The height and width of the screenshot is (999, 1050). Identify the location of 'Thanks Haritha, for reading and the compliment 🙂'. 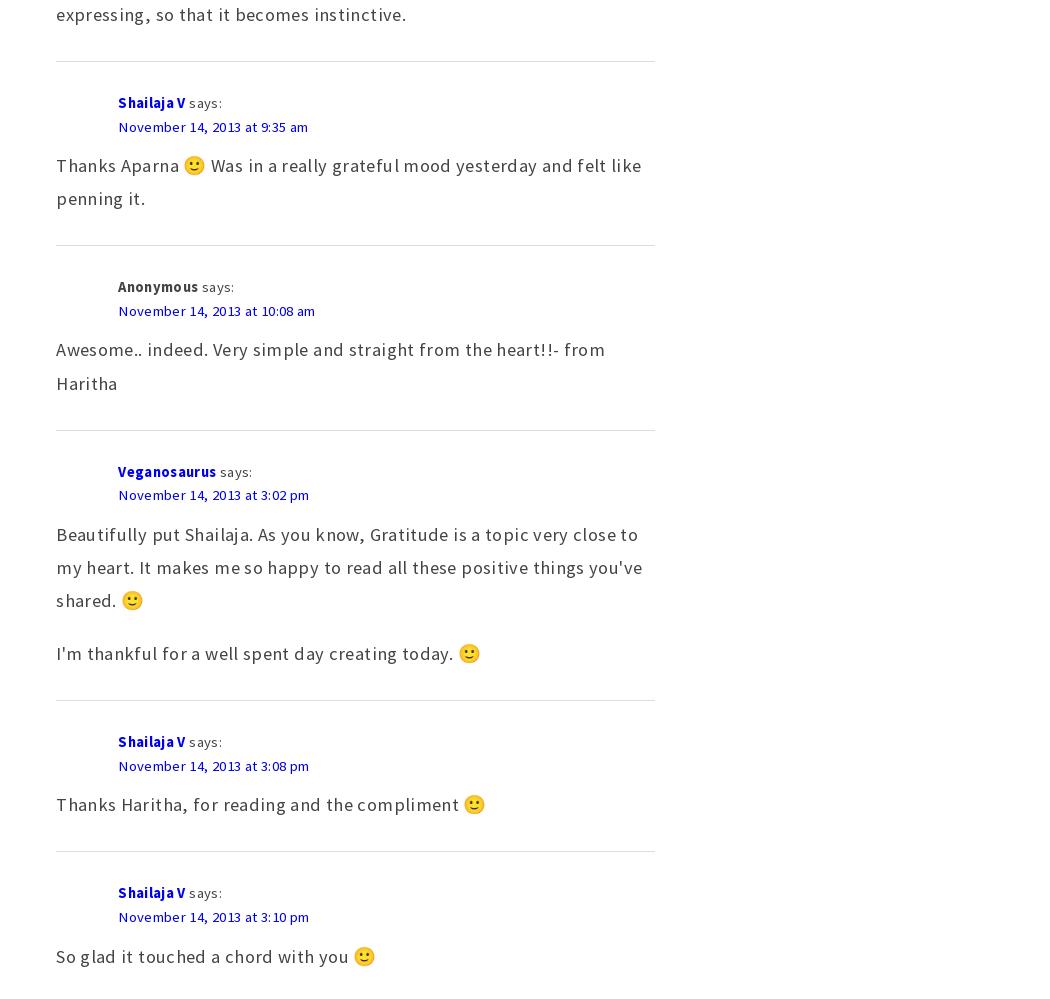
(54, 804).